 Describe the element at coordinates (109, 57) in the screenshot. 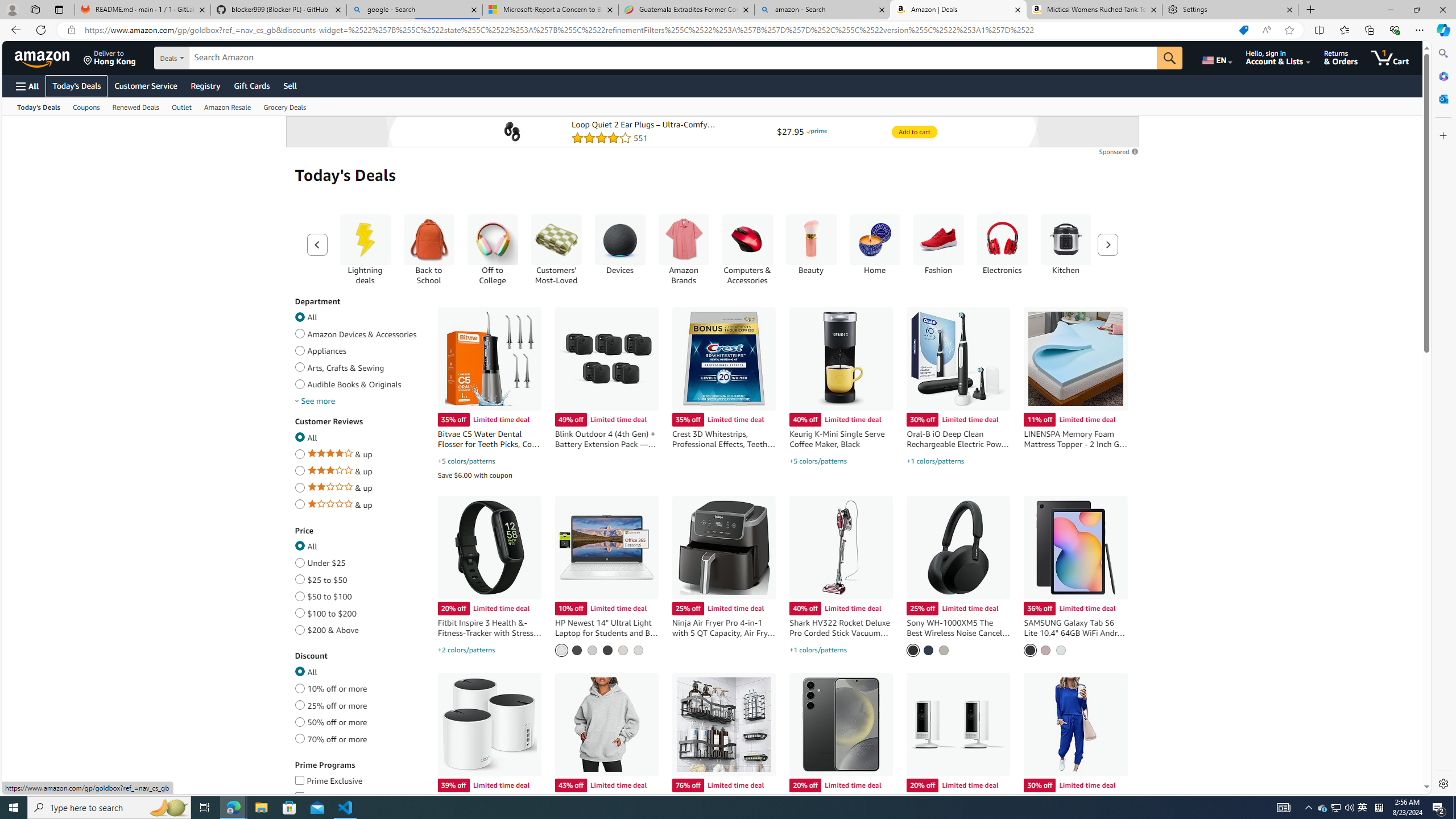

I see `'Deliver to Hong Kong'` at that location.